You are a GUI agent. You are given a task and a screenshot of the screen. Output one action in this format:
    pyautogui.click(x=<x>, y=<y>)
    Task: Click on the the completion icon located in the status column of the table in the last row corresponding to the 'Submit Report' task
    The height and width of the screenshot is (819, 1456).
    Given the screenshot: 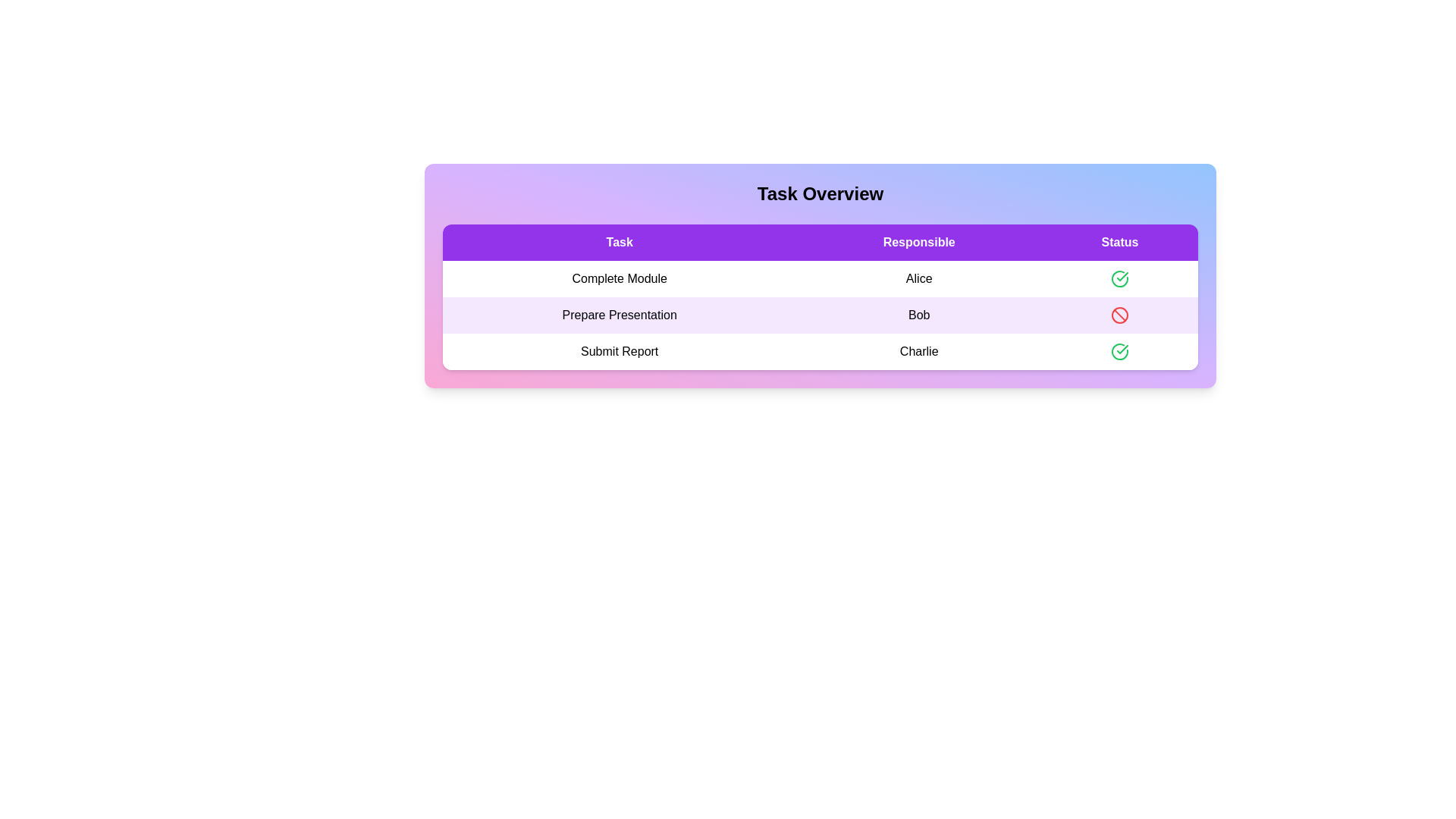 What is the action you would take?
    pyautogui.click(x=1120, y=278)
    